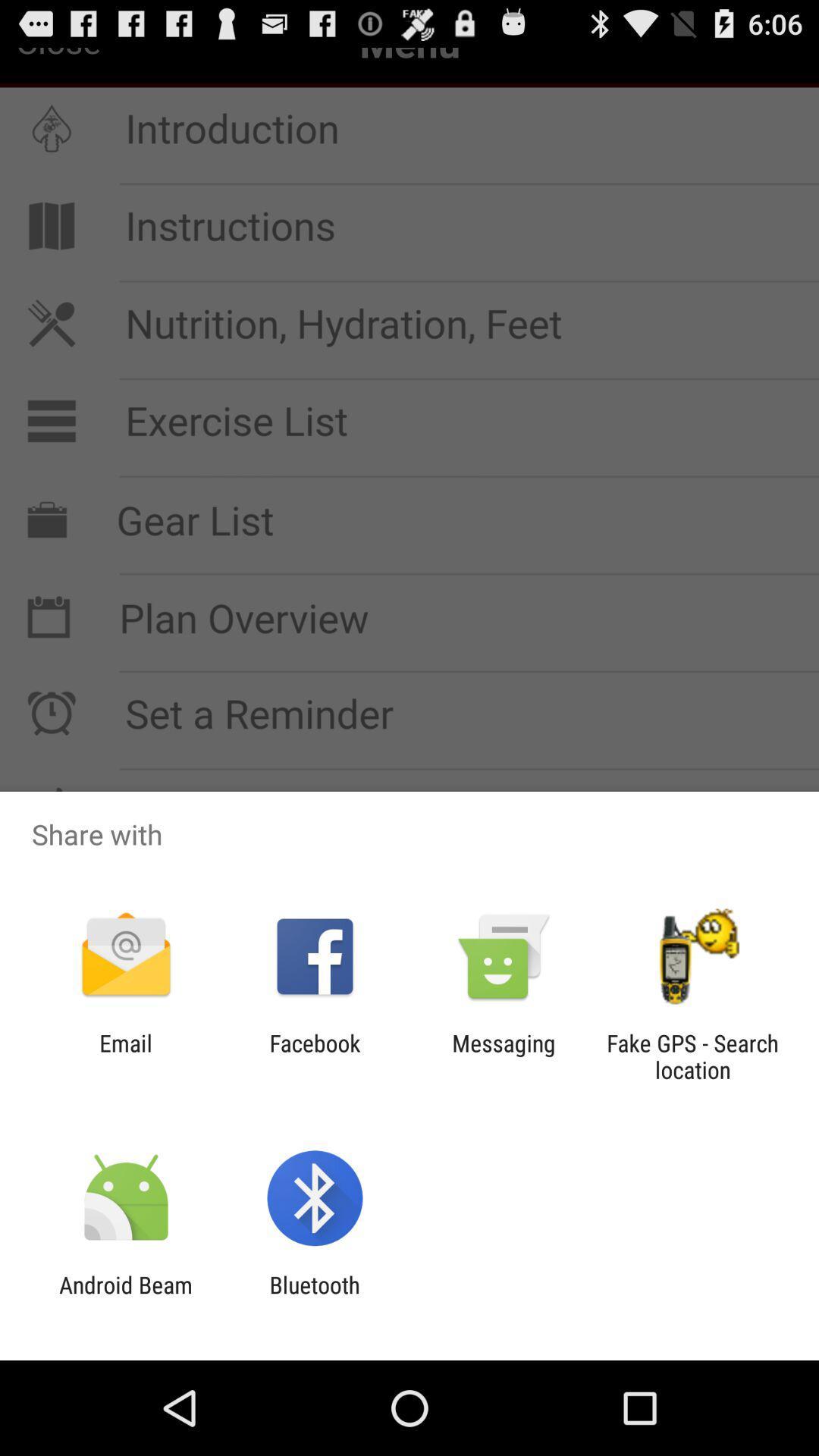 Image resolution: width=819 pixels, height=1456 pixels. Describe the element at coordinates (314, 1056) in the screenshot. I see `the icon to the right of email icon` at that location.